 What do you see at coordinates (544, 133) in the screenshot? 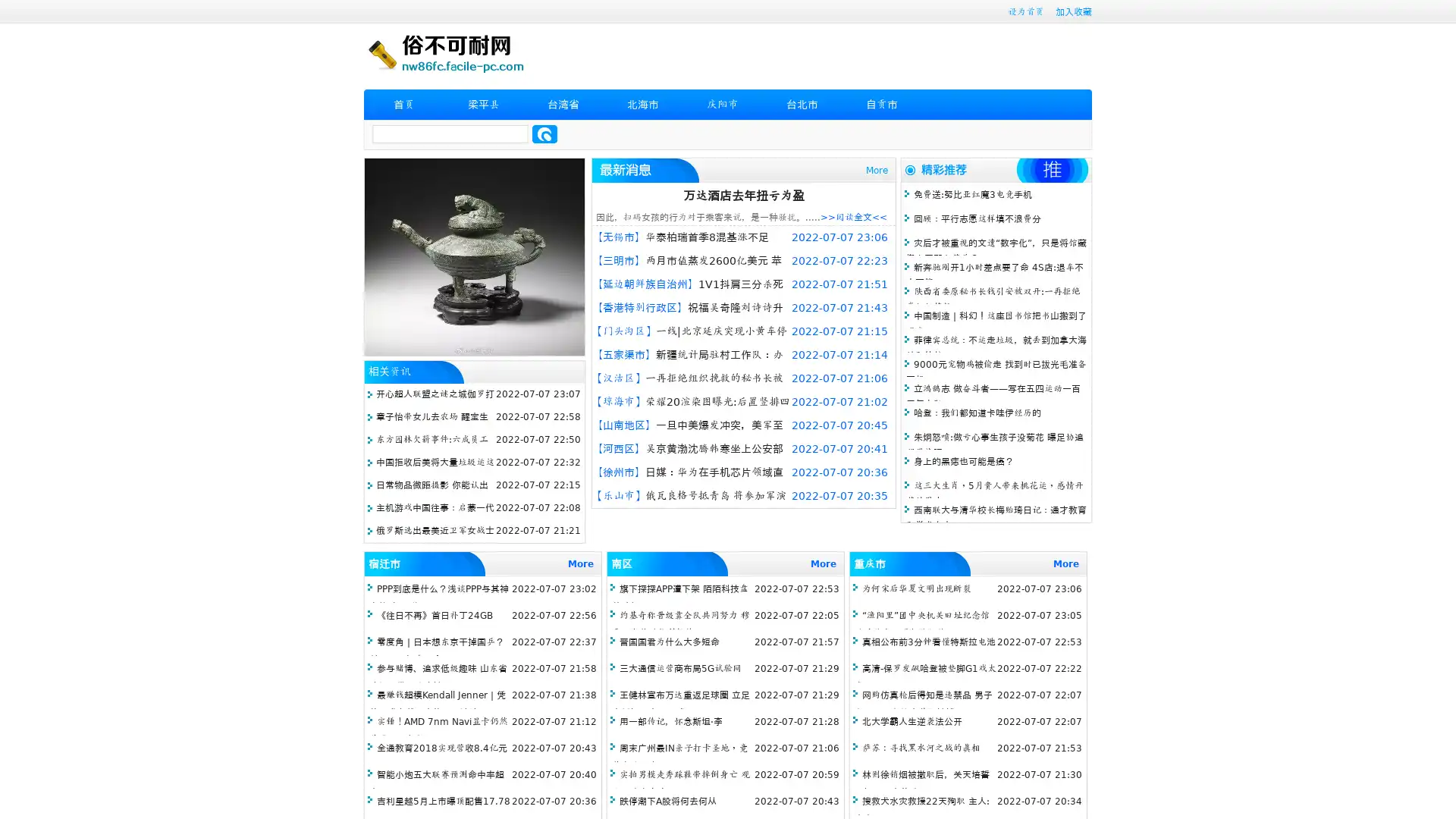
I see `Search` at bounding box center [544, 133].